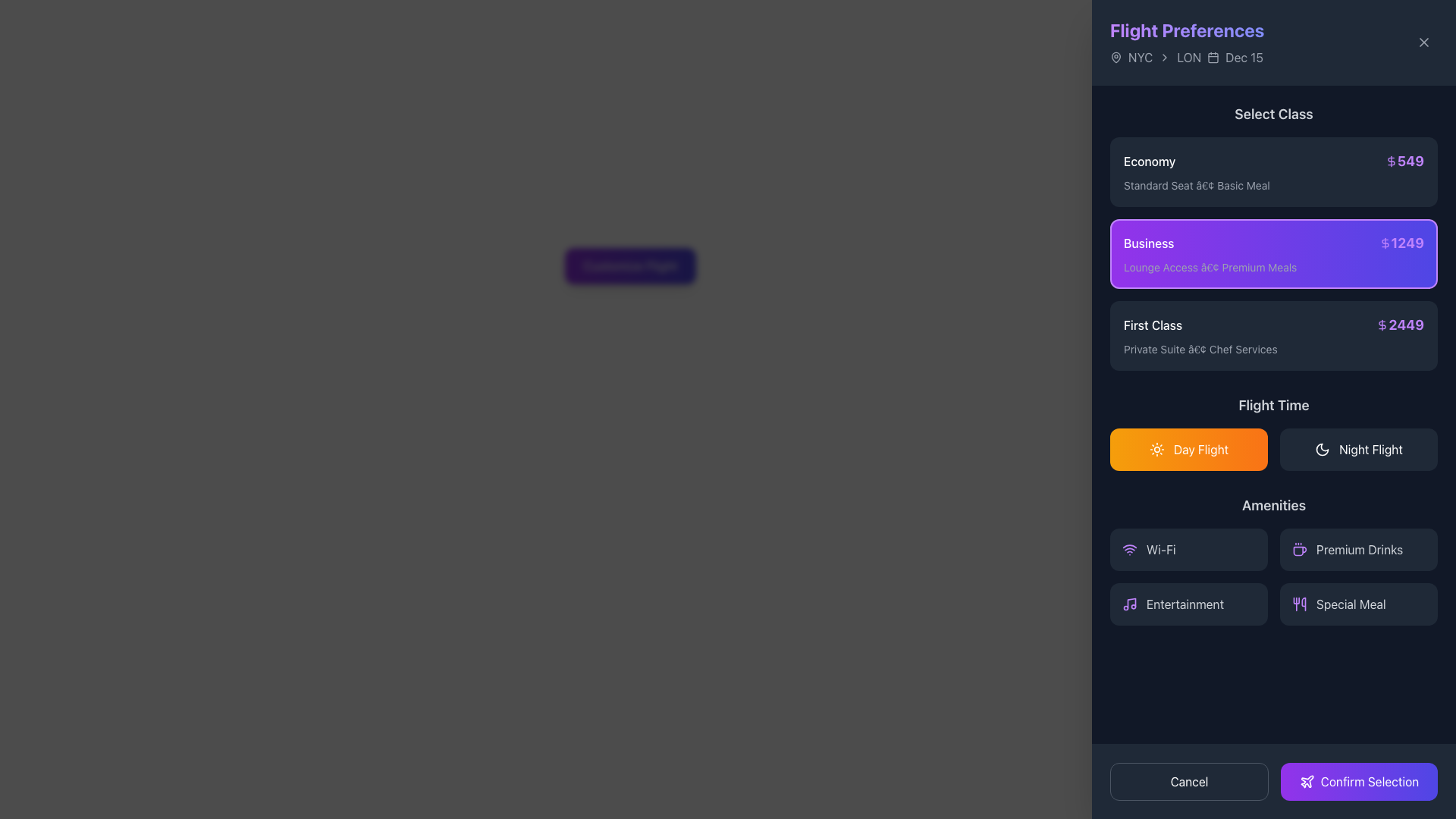 This screenshot has height=819, width=1456. What do you see at coordinates (1371, 449) in the screenshot?
I see `the 'Night Flight' text label option located in the right-hand sidebar under the 'Flight Time' section, positioned next to the 'Day Flight' option` at bounding box center [1371, 449].